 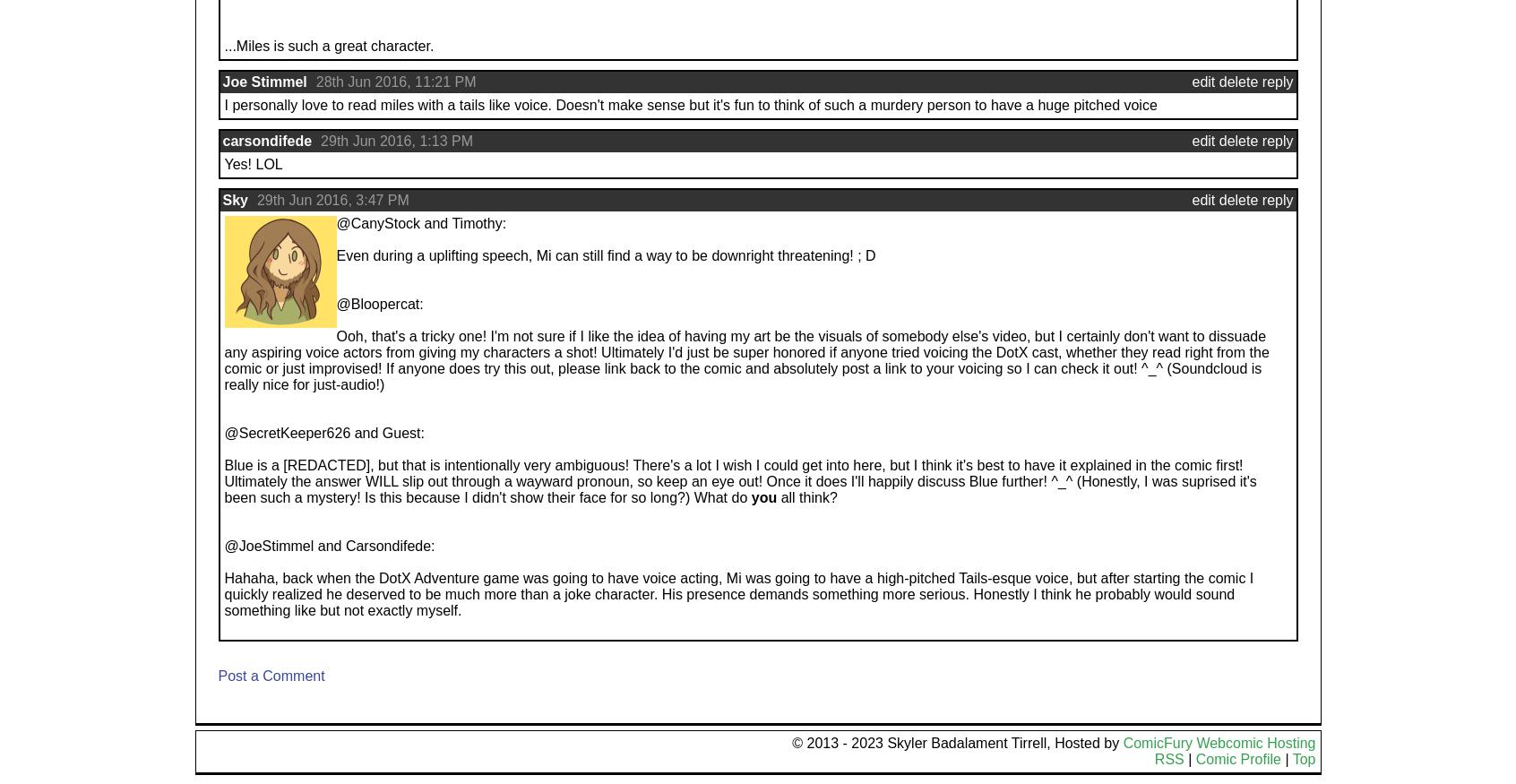 What do you see at coordinates (805, 496) in the screenshot?
I see `'all think?'` at bounding box center [805, 496].